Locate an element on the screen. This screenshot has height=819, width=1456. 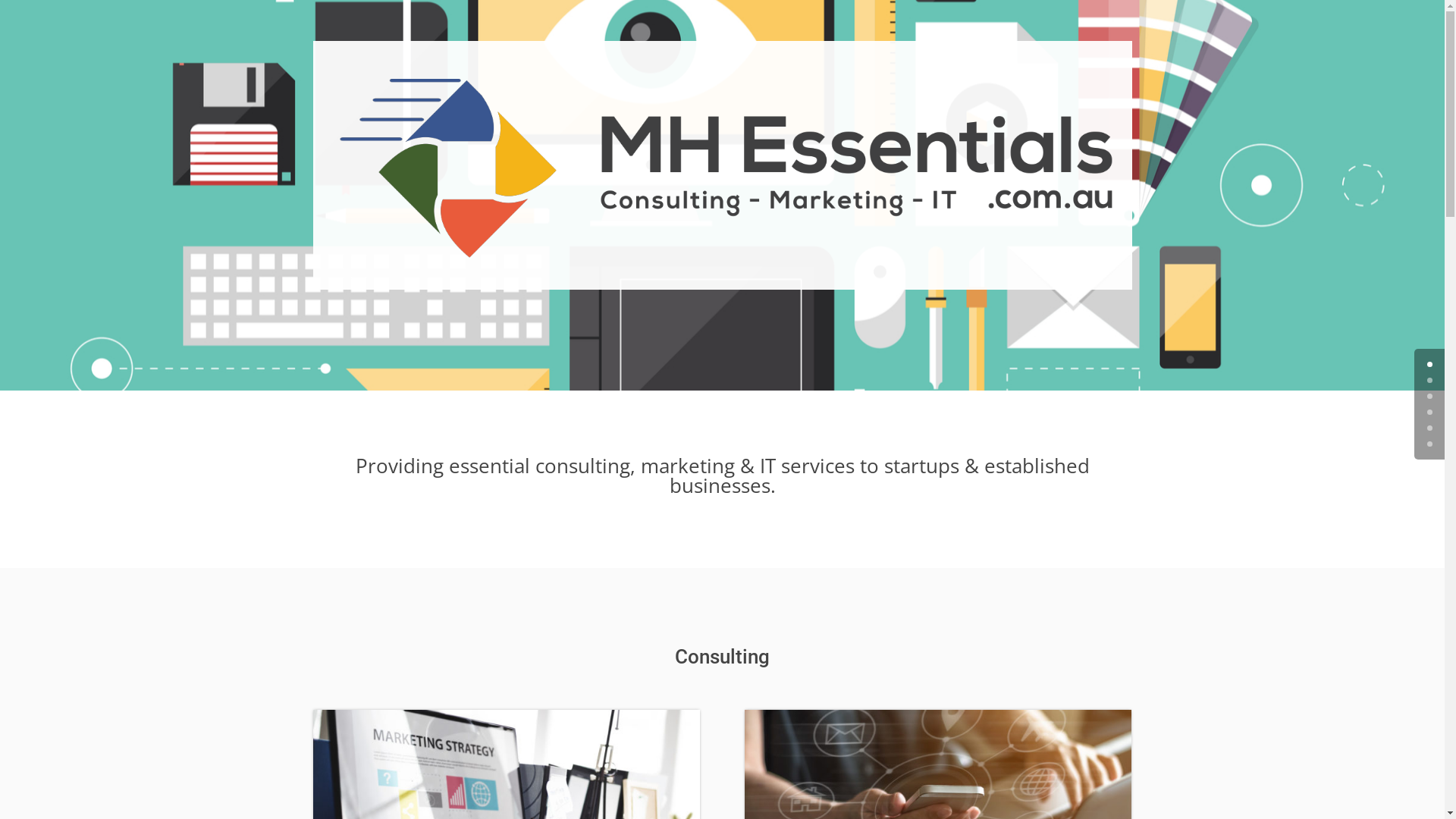
'0' is located at coordinates (1426, 364).